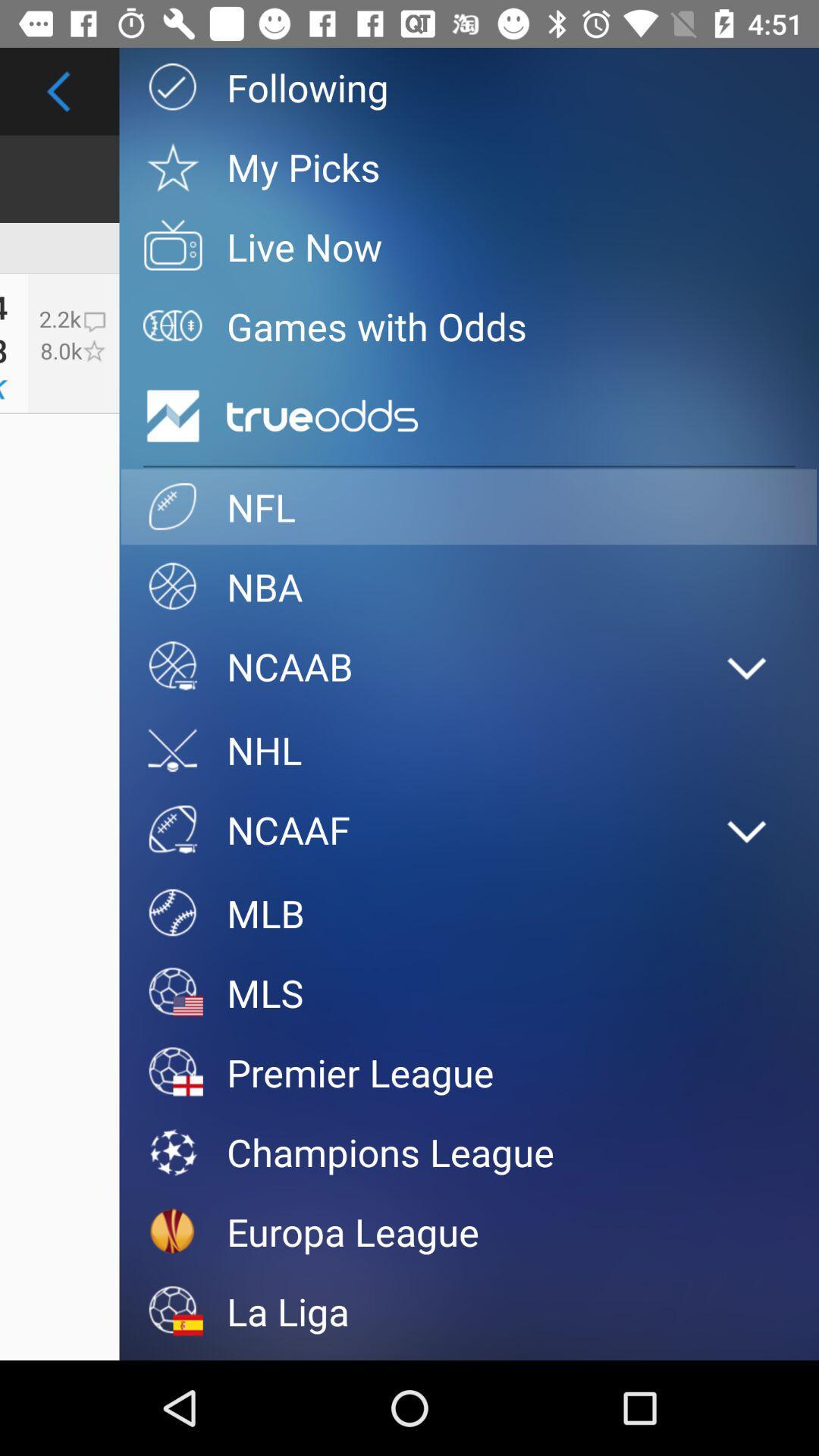 This screenshot has height=1456, width=819. Describe the element at coordinates (409, 666) in the screenshot. I see `ncaab item` at that location.